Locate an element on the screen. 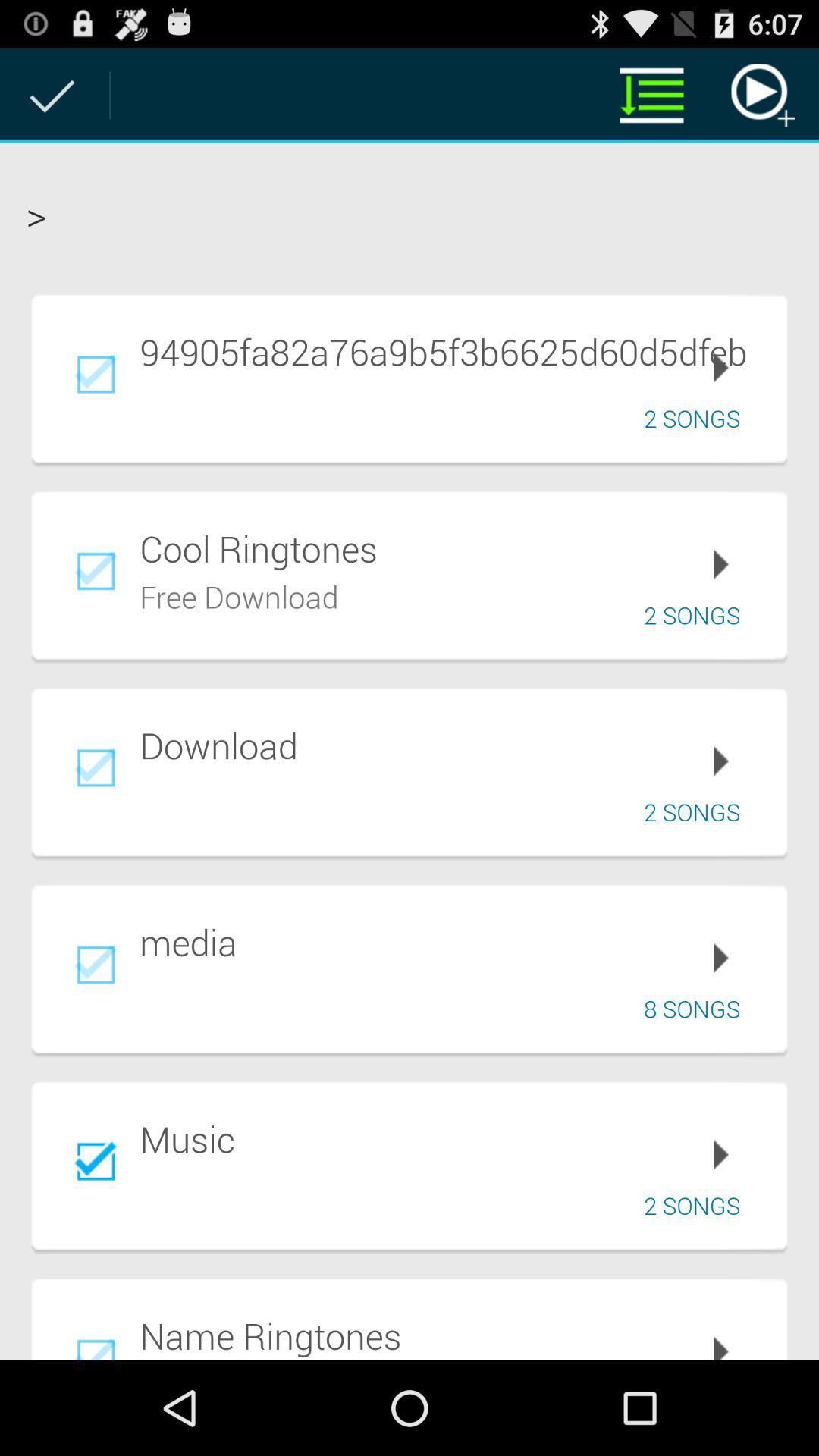 This screenshot has width=819, height=1456. app to the left of the 2 songs app is located at coordinates (239, 594).